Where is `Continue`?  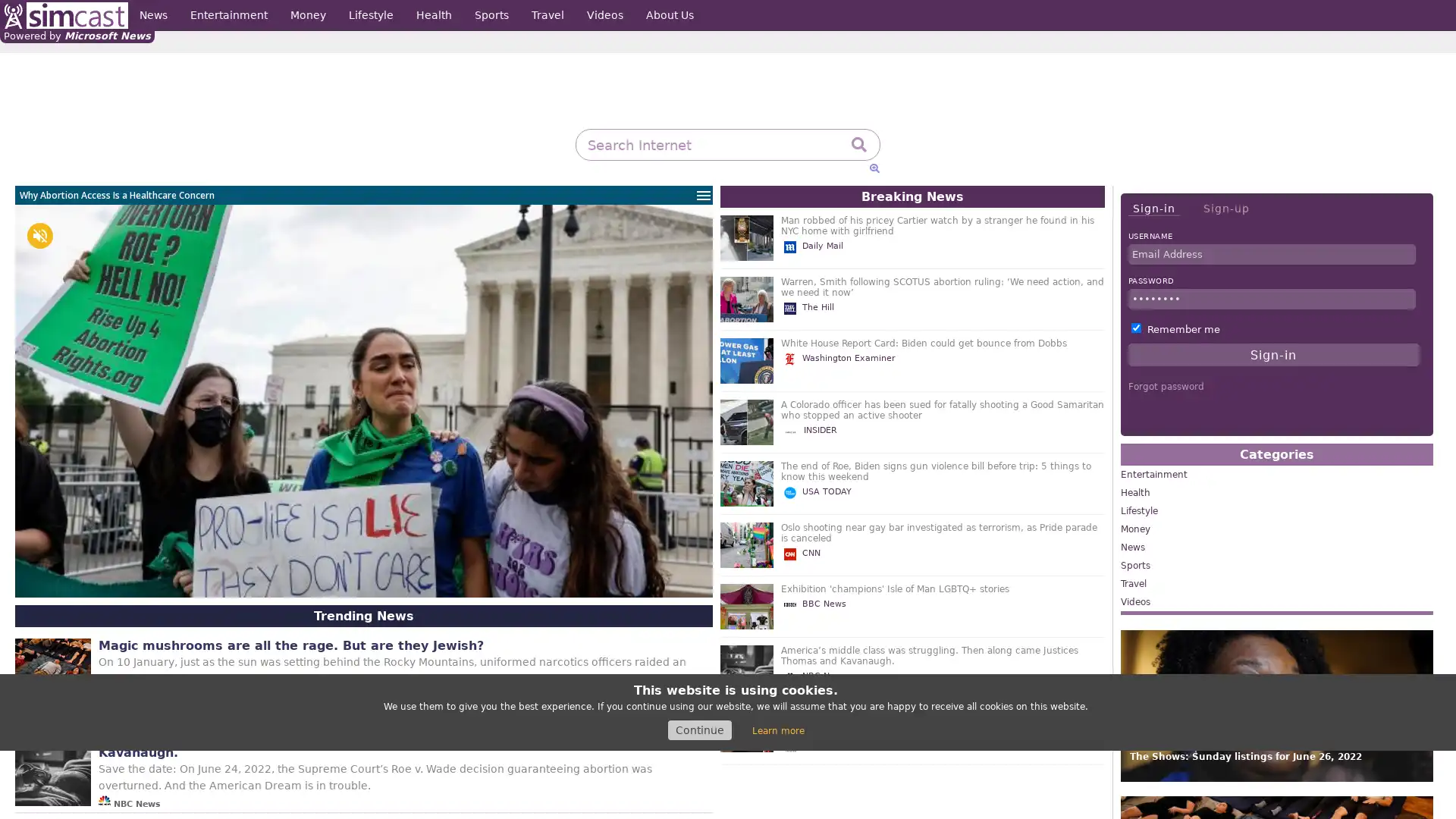 Continue is located at coordinates (698, 730).